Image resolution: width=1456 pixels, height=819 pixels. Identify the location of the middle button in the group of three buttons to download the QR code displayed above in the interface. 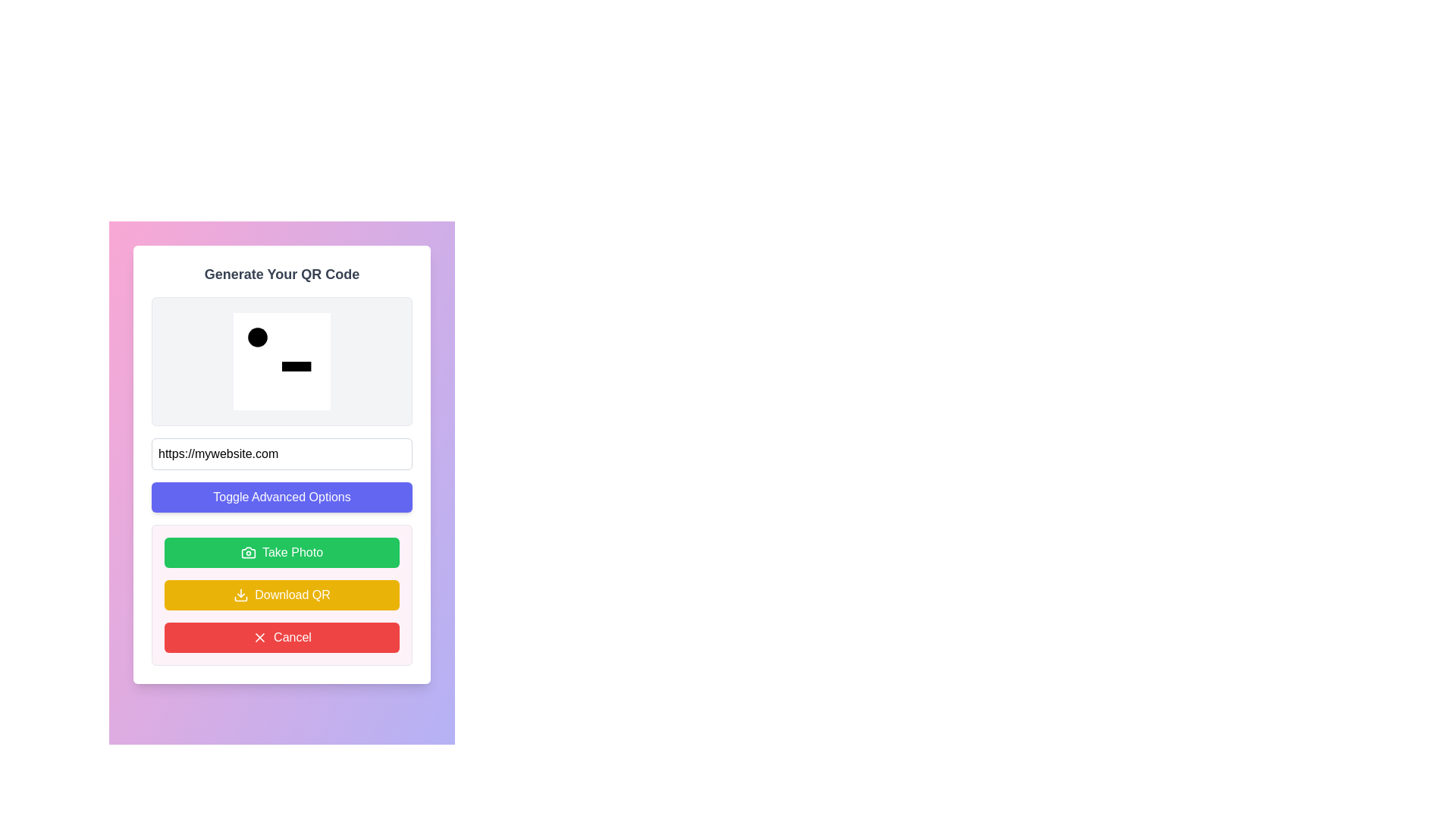
(282, 595).